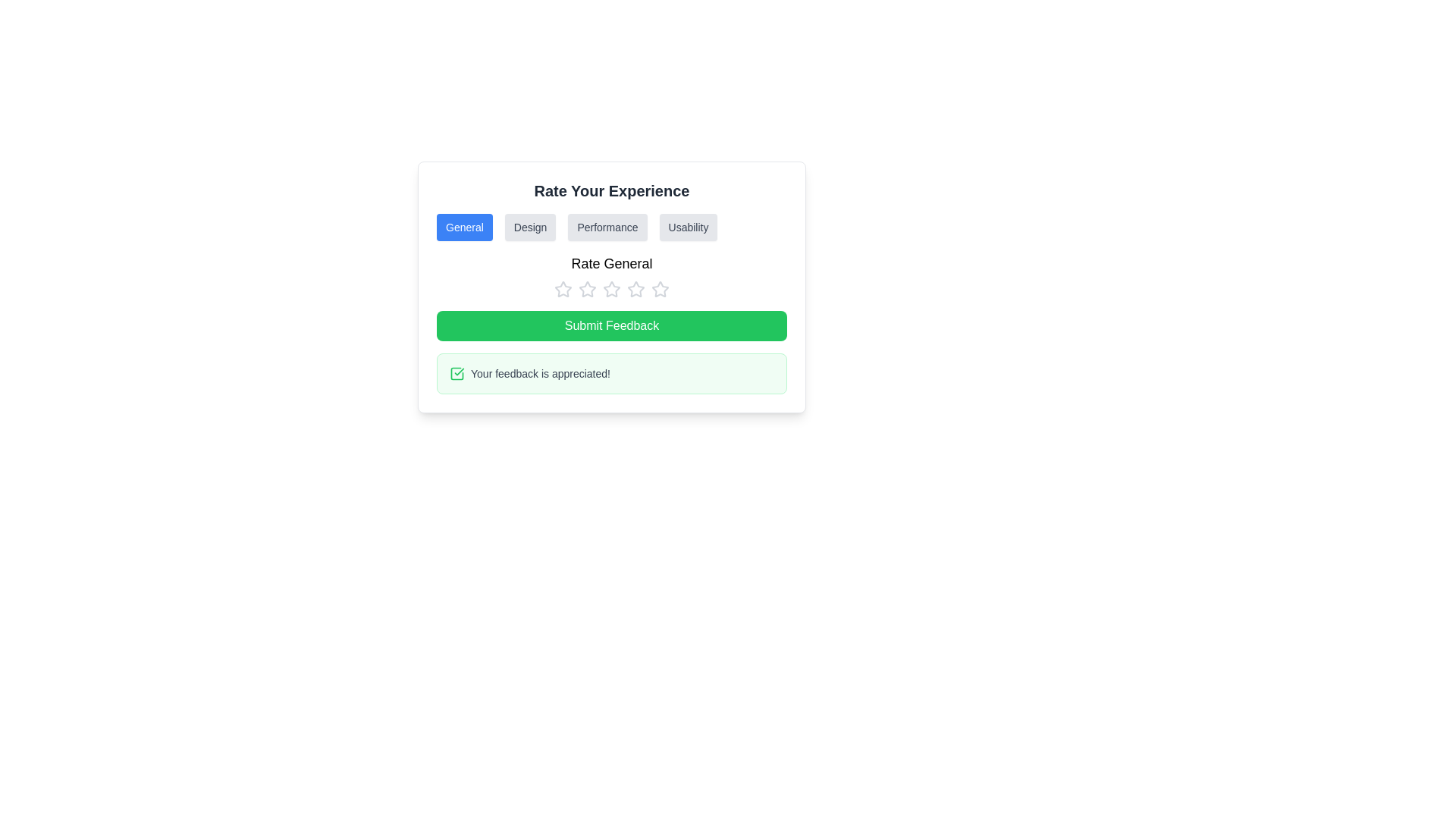  Describe the element at coordinates (660, 289) in the screenshot. I see `the fifth star icon used for rating under the text 'Rate General'` at that location.